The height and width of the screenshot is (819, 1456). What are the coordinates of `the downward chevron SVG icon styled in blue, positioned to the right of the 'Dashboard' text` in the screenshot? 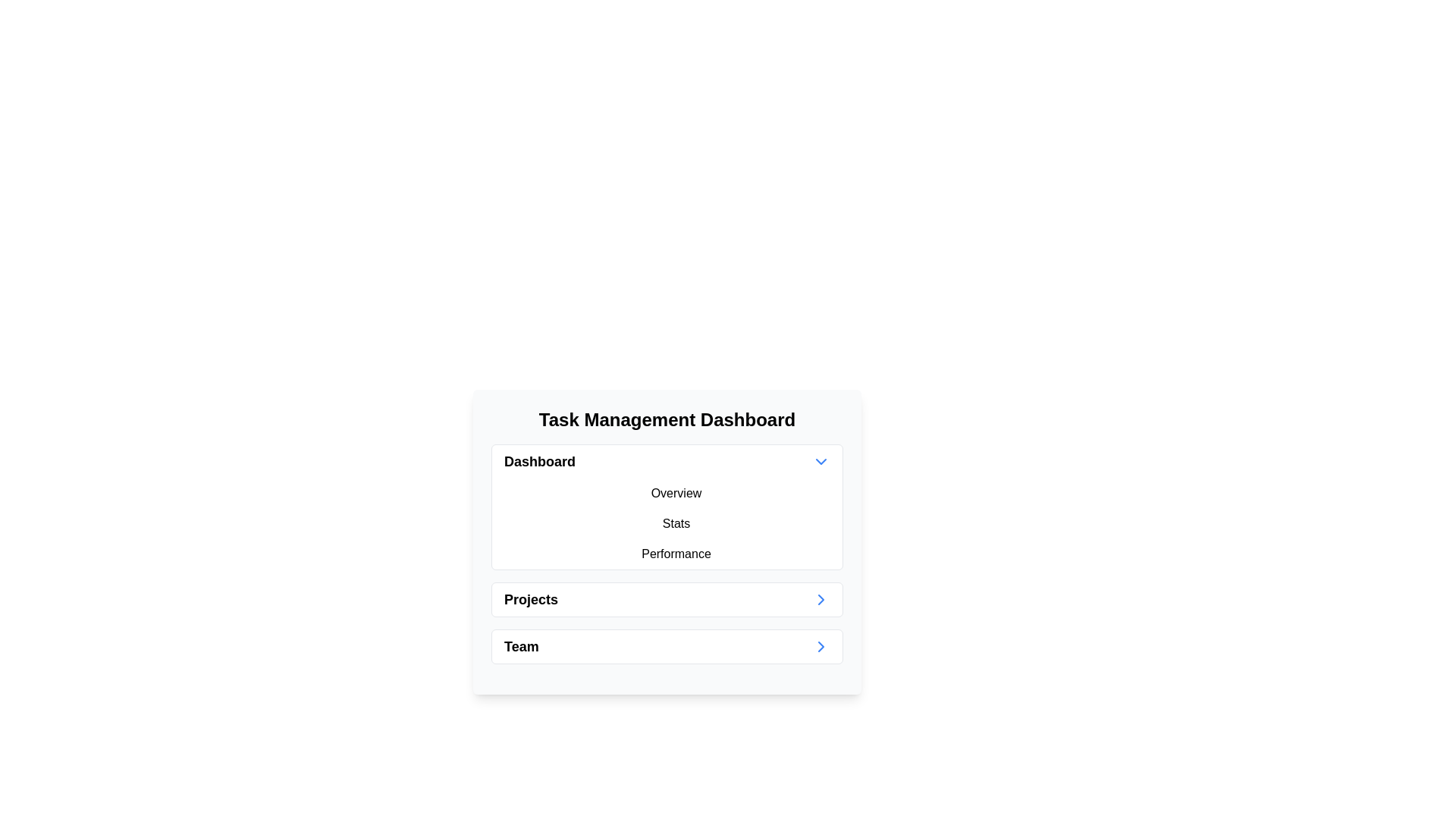 It's located at (821, 461).